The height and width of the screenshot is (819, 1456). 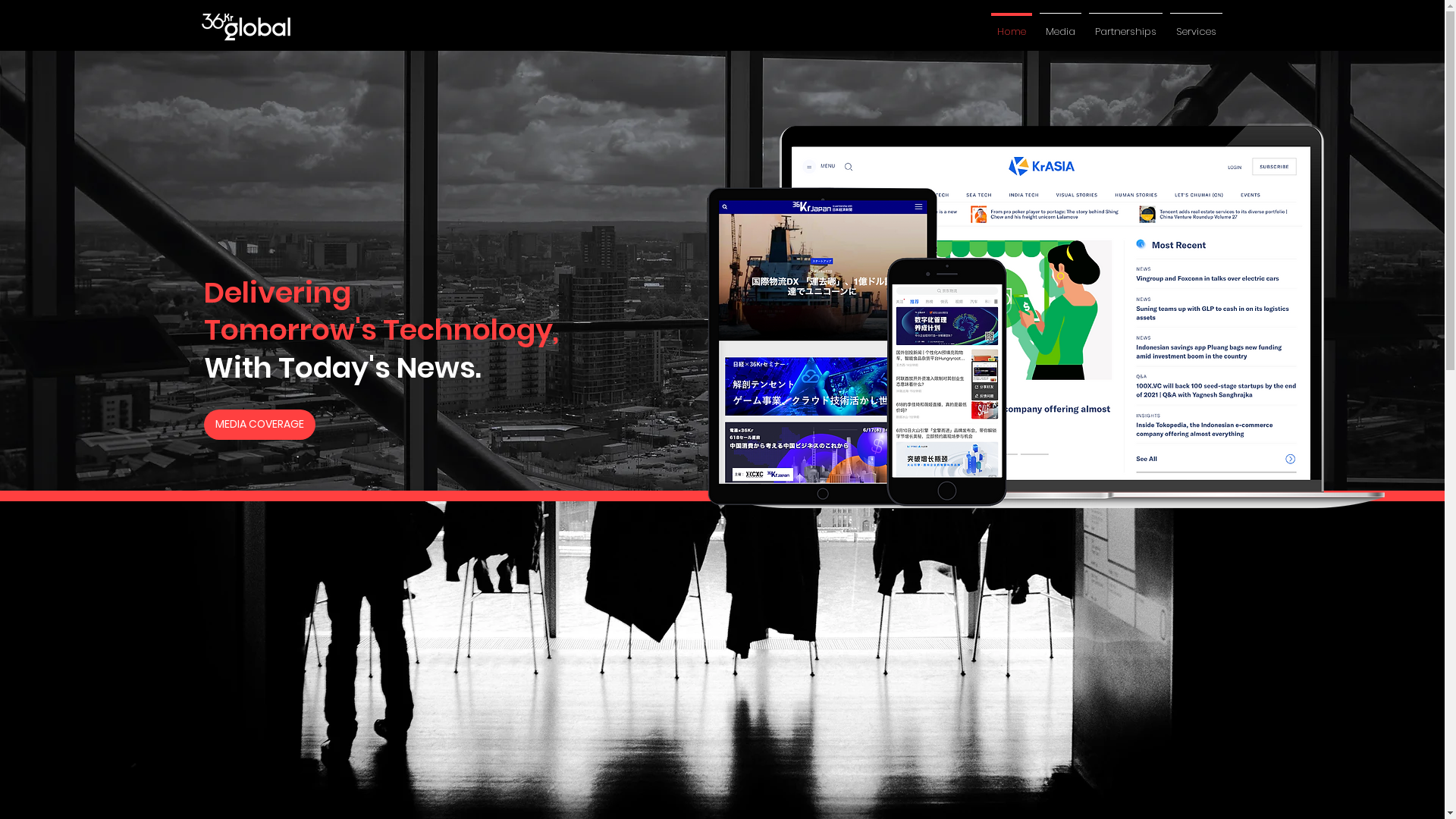 What do you see at coordinates (1059, 25) in the screenshot?
I see `'Media'` at bounding box center [1059, 25].